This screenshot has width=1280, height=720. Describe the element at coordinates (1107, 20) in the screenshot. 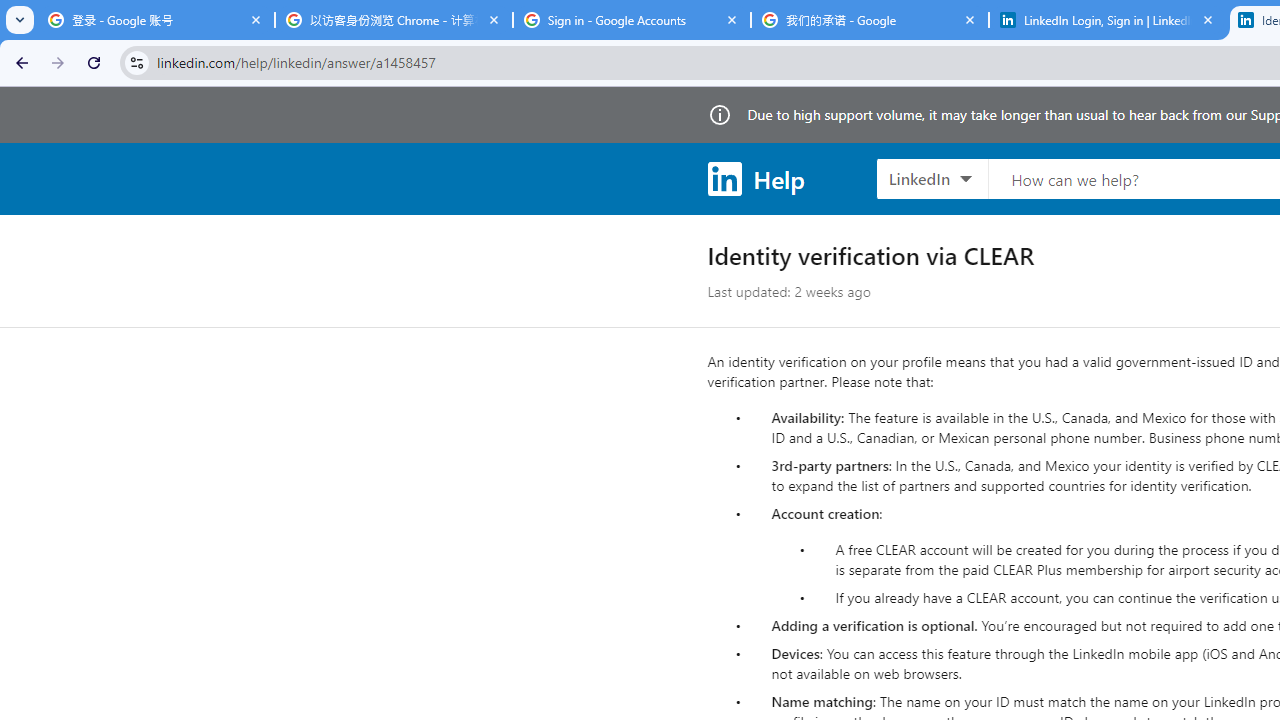

I see `'LinkedIn Login, Sign in | LinkedIn'` at that location.